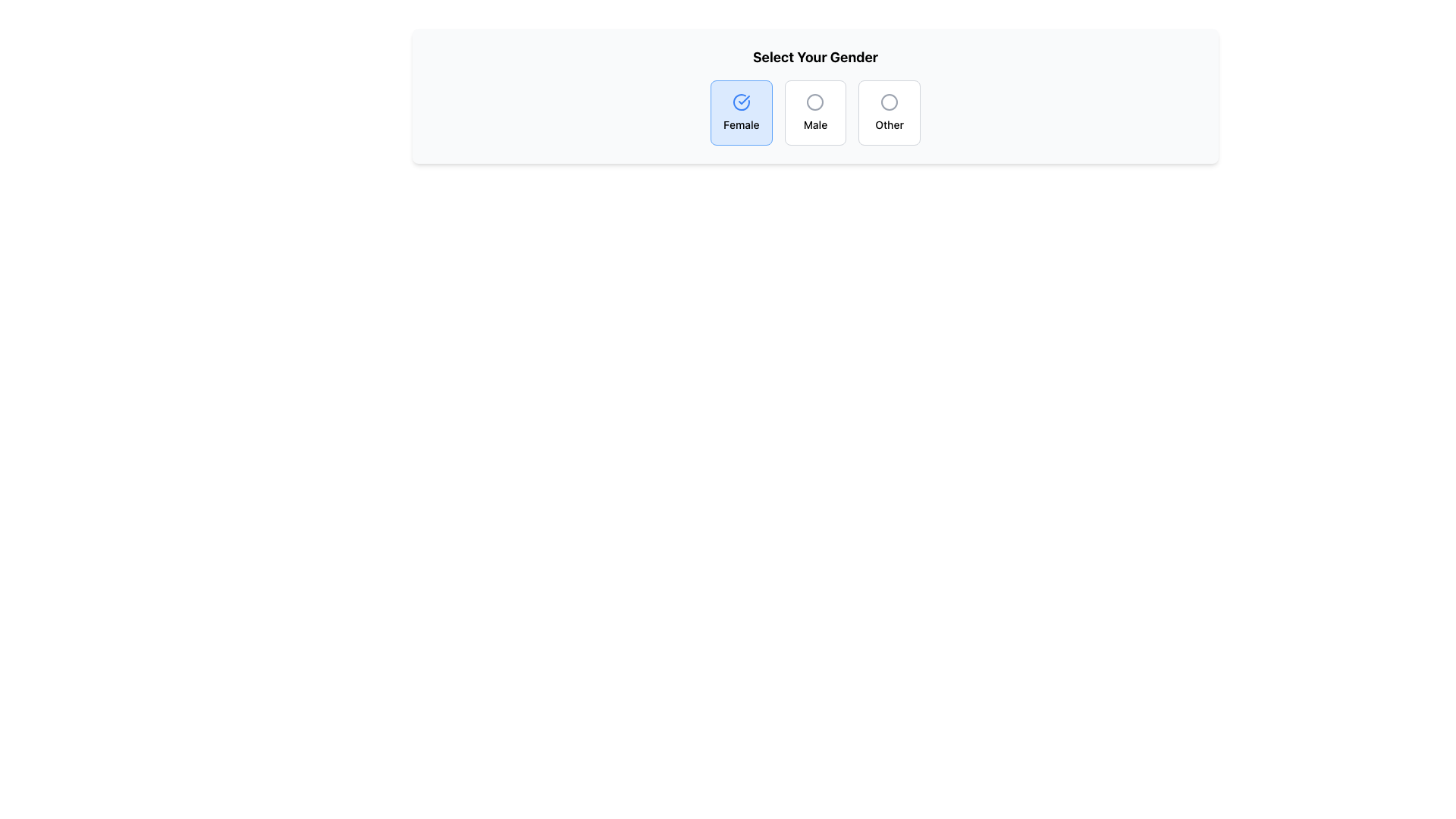 The image size is (1456, 819). I want to click on the visual state of the small blue checkmark icon within the circular boundary, which is part of the larger SVG structure in the 'Female' selection box, so click(744, 99).